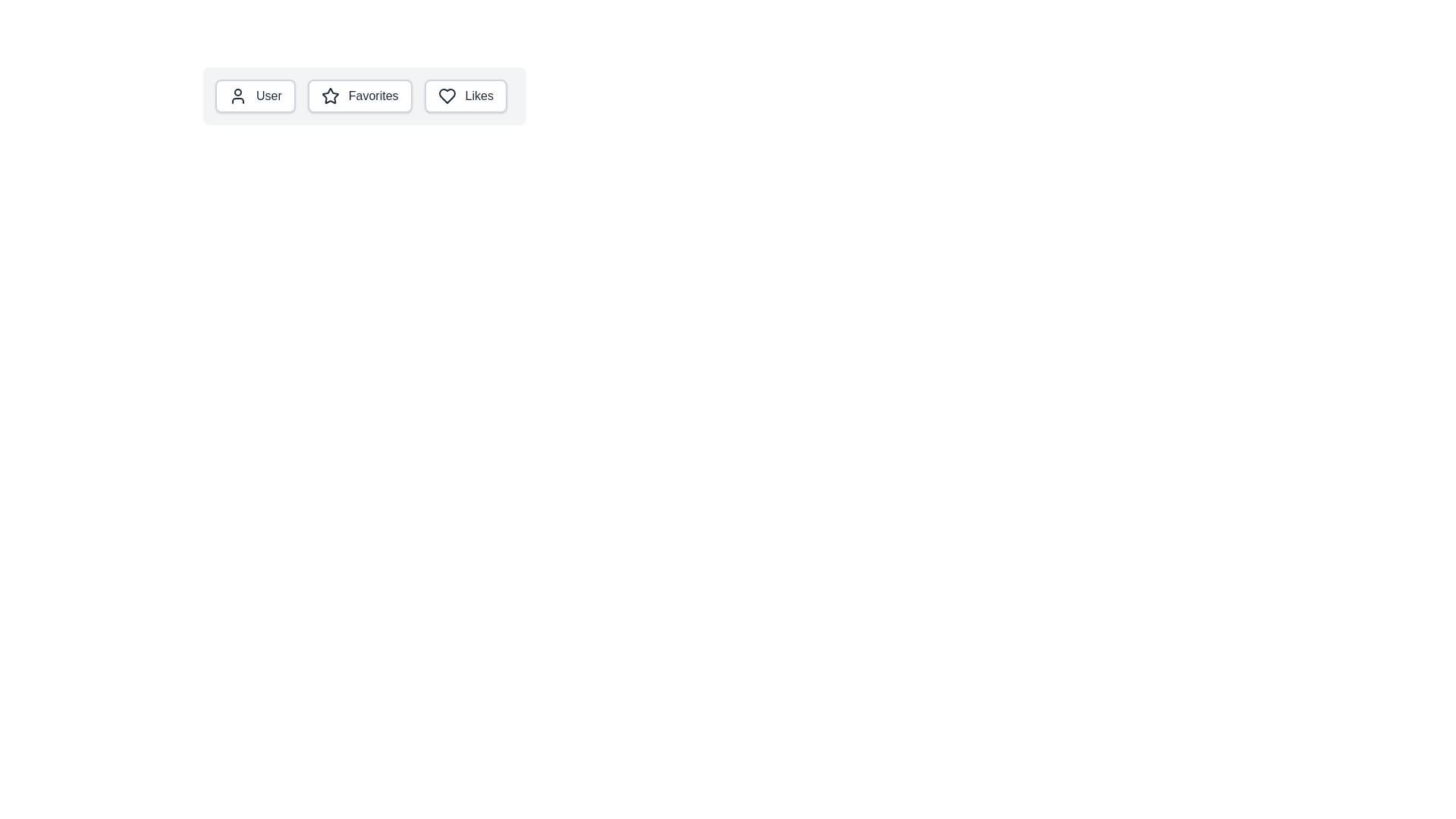  What do you see at coordinates (359, 96) in the screenshot?
I see `the Favorites chip to view its hover effects` at bounding box center [359, 96].